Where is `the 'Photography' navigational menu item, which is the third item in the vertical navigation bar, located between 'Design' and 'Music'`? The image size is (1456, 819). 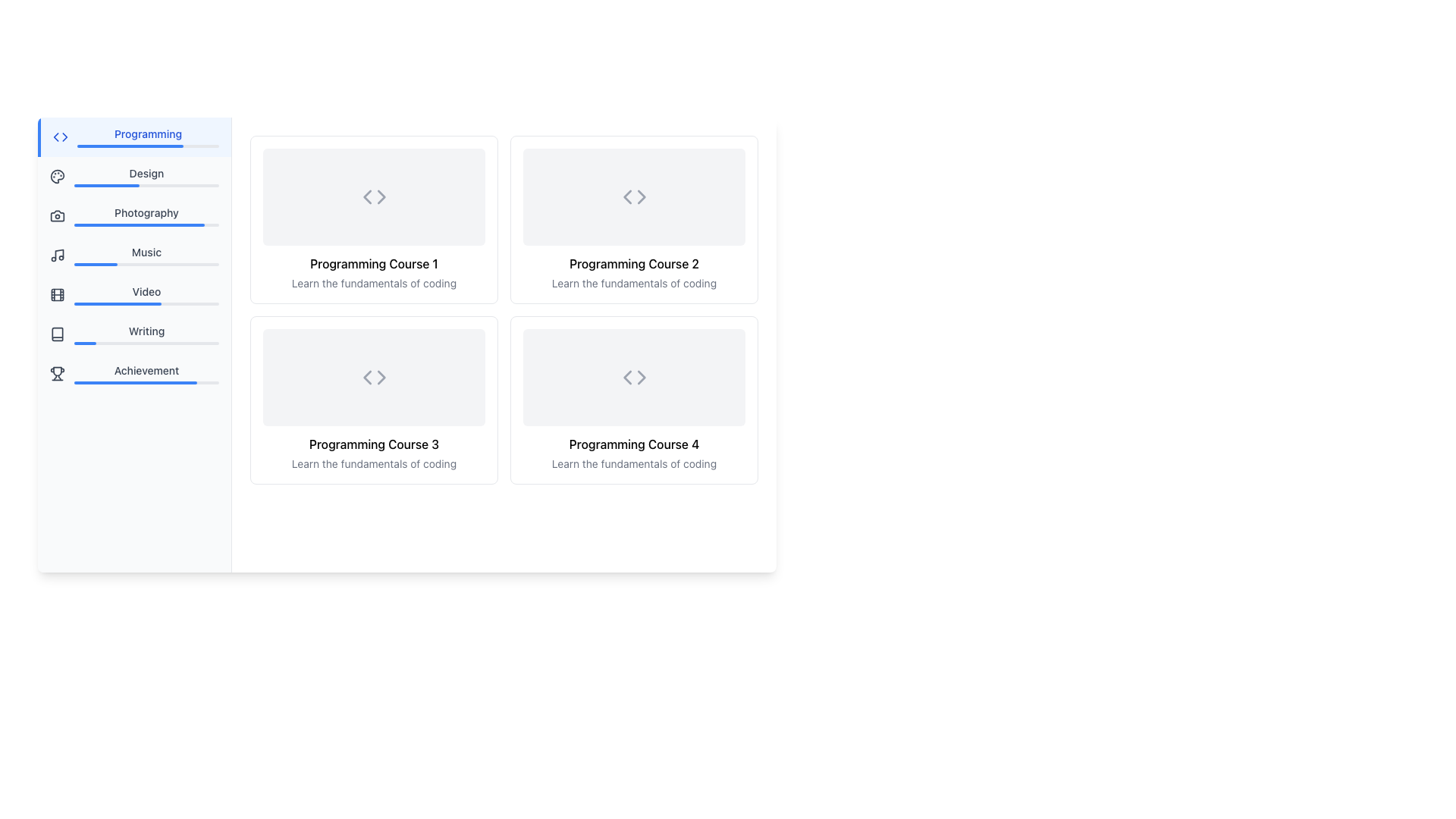
the 'Photography' navigational menu item, which is the third item in the vertical navigation bar, located between 'Design' and 'Music' is located at coordinates (146, 216).